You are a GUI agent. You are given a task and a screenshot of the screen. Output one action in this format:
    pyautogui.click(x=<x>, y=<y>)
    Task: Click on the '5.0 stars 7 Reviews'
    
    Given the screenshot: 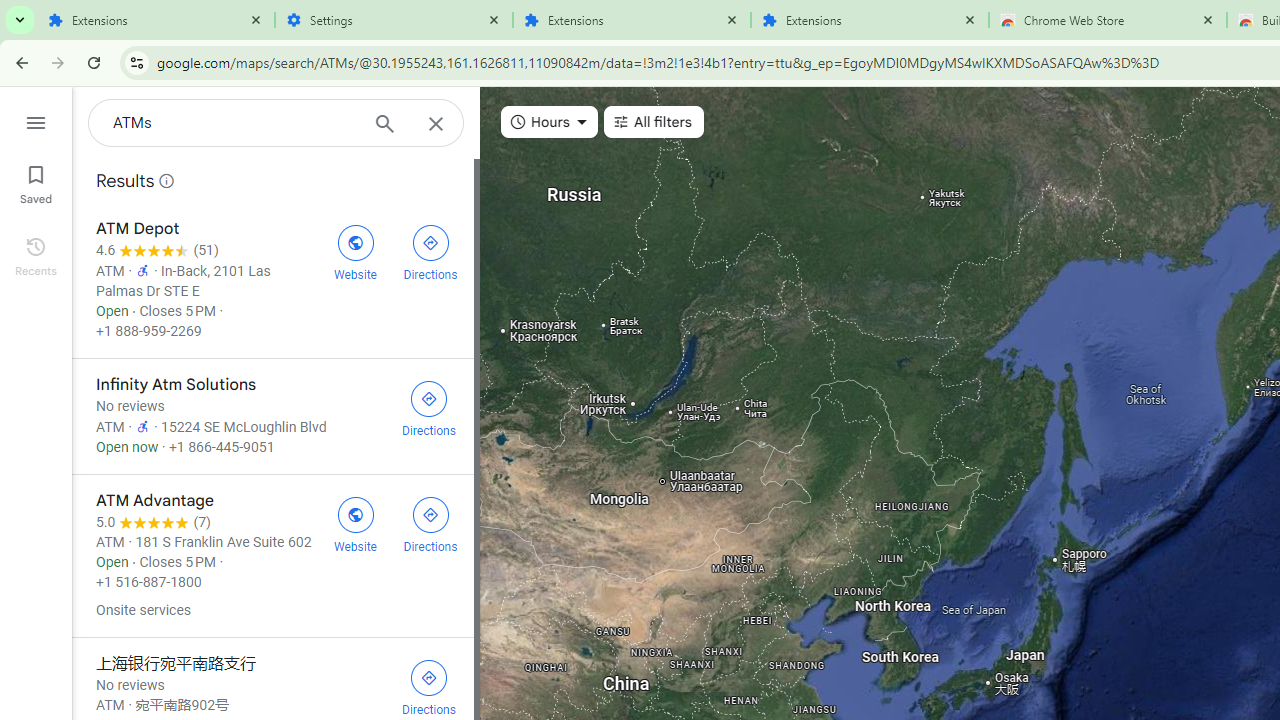 What is the action you would take?
    pyautogui.click(x=152, y=521)
    